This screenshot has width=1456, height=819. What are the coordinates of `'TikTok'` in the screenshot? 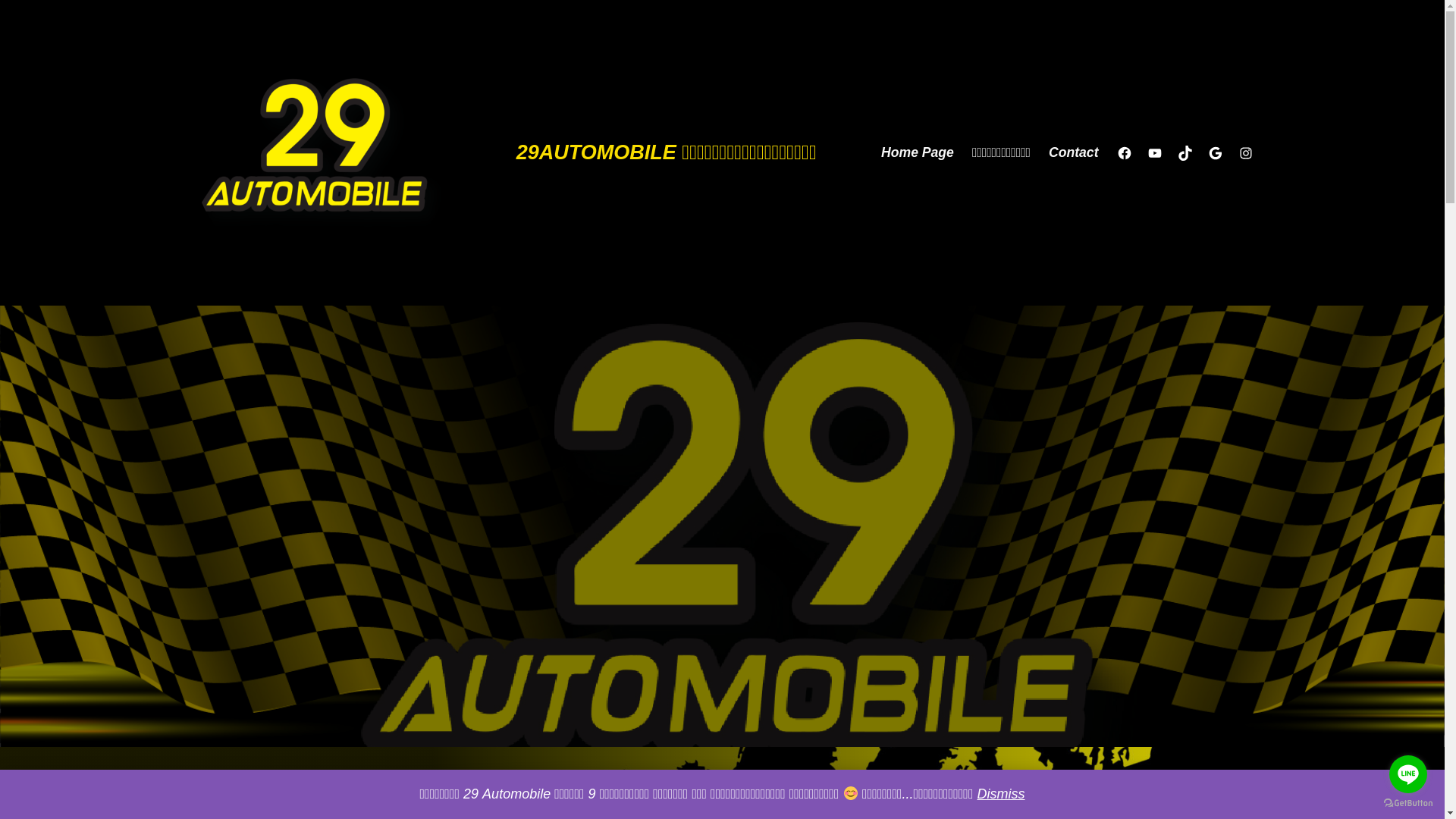 It's located at (1183, 152).